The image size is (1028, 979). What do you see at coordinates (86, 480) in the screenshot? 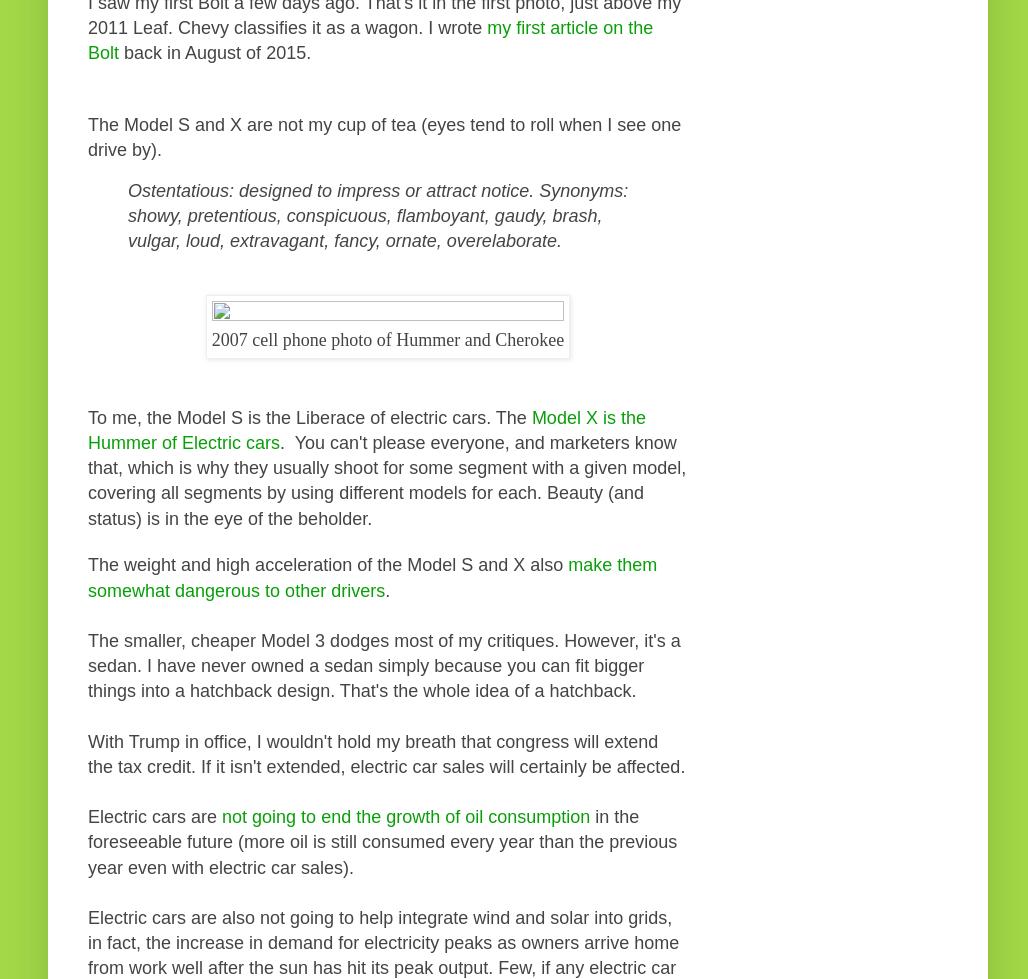
I see `'.  You can't please everyone, and marketers know that, which is why they usually shoot for some segment with a given model, covering all segments by using different models for each. Beauty (and status) is in the eye of the beholder.'` at bounding box center [86, 480].